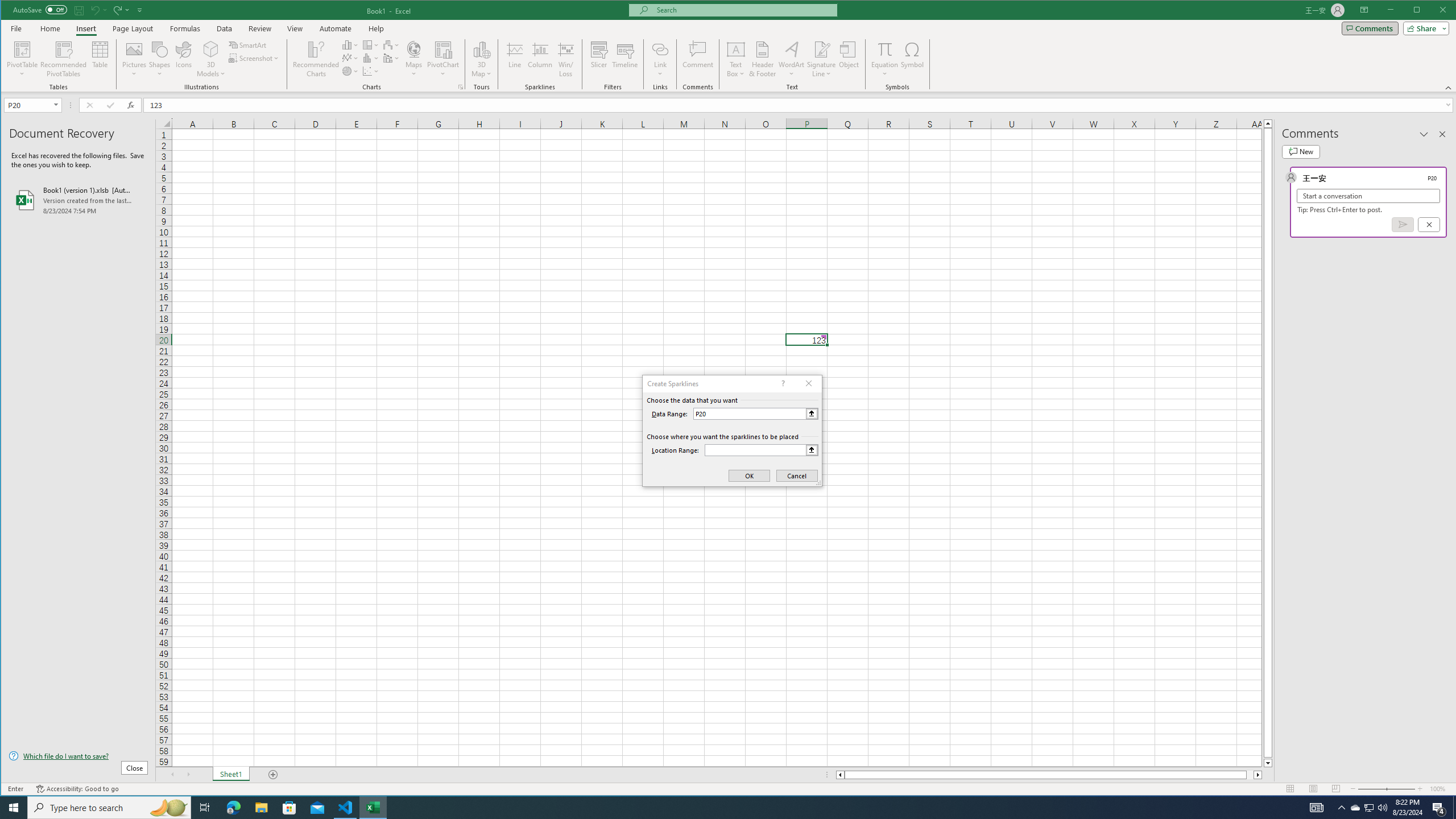  I want to click on 'Start a conversation', so click(1368, 196).